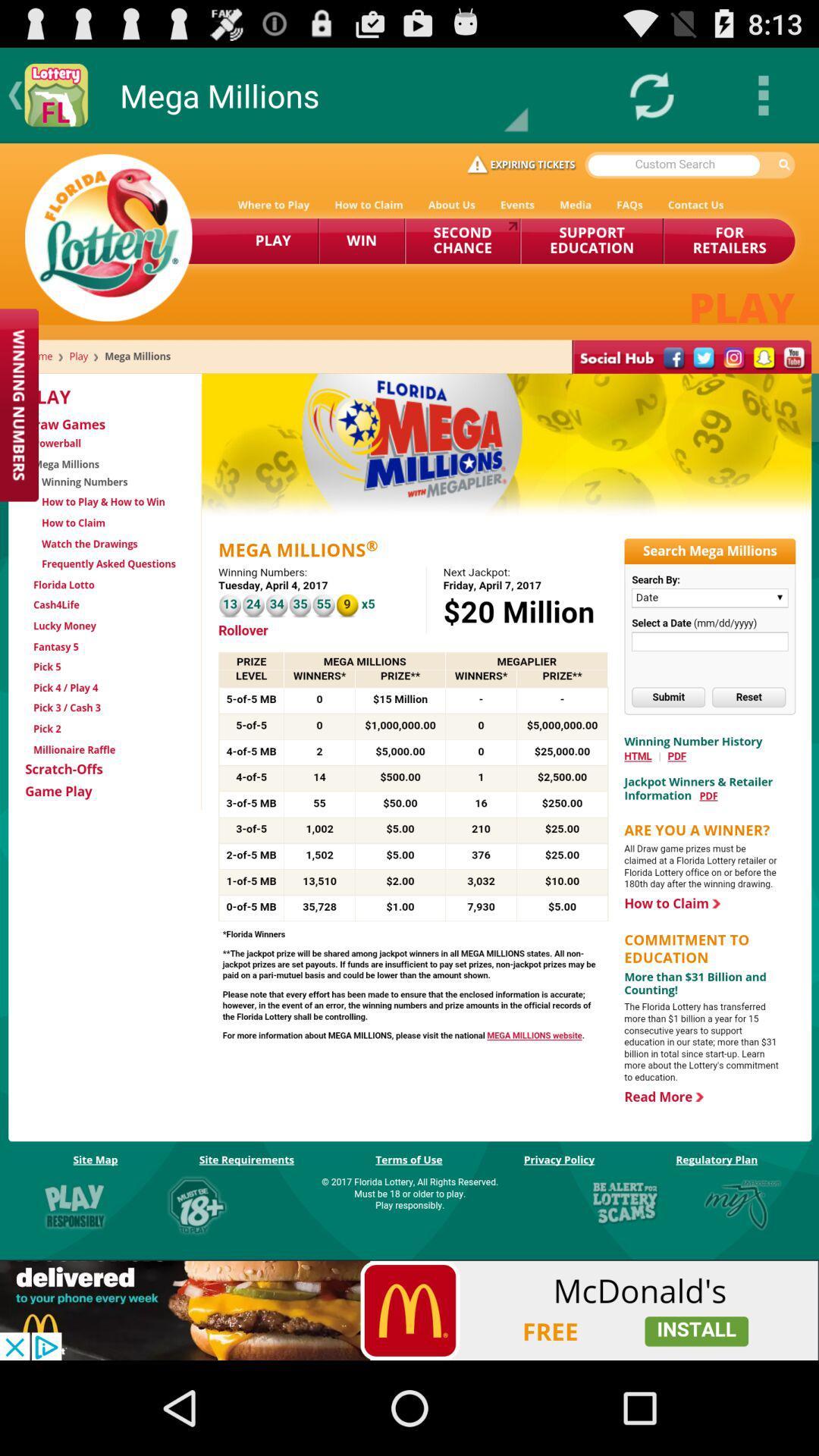 Image resolution: width=819 pixels, height=1456 pixels. I want to click on install mcdonald 's app for unique offers, so click(409, 1310).